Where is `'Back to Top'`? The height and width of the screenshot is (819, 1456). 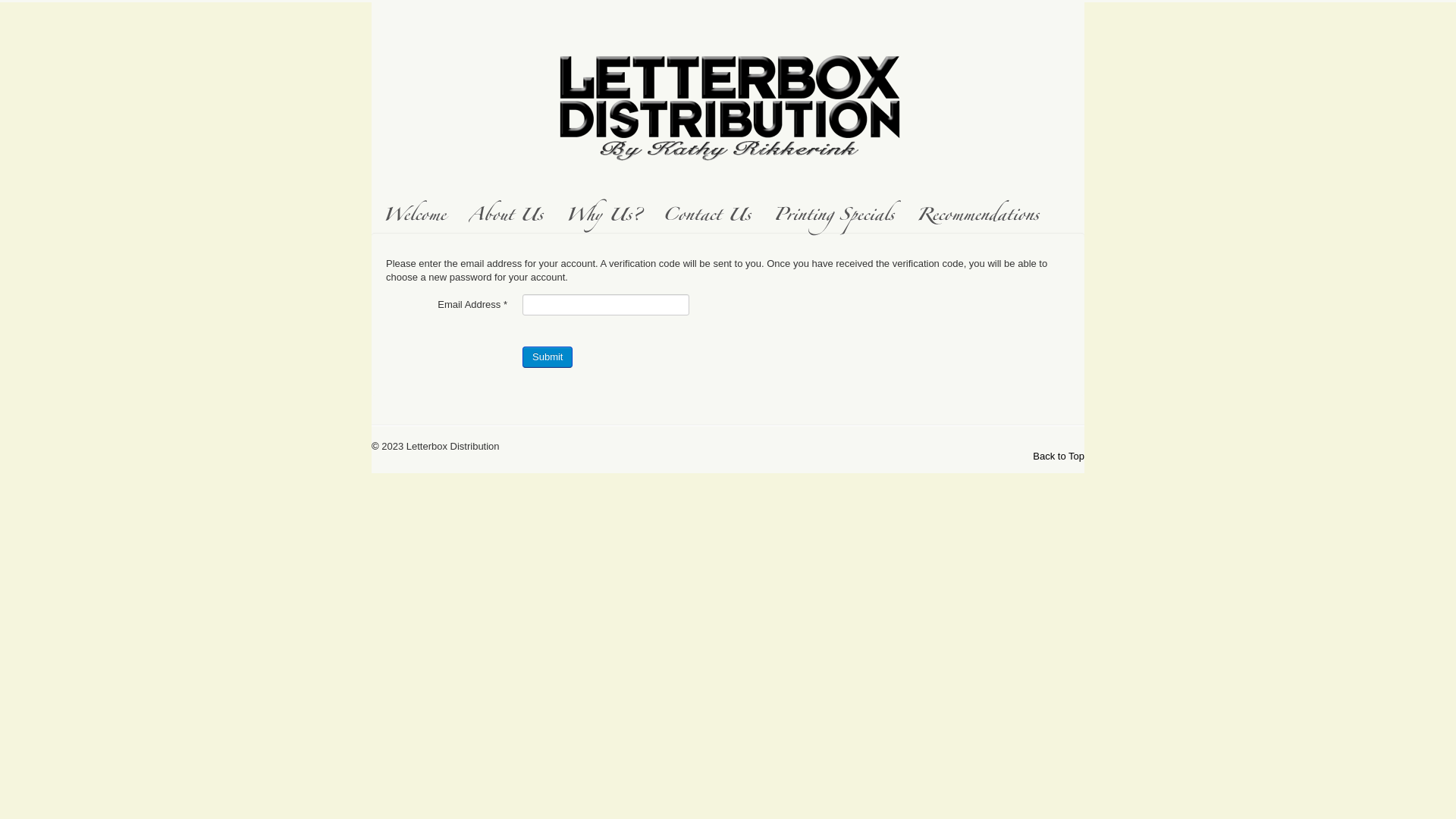 'Back to Top' is located at coordinates (1058, 455).